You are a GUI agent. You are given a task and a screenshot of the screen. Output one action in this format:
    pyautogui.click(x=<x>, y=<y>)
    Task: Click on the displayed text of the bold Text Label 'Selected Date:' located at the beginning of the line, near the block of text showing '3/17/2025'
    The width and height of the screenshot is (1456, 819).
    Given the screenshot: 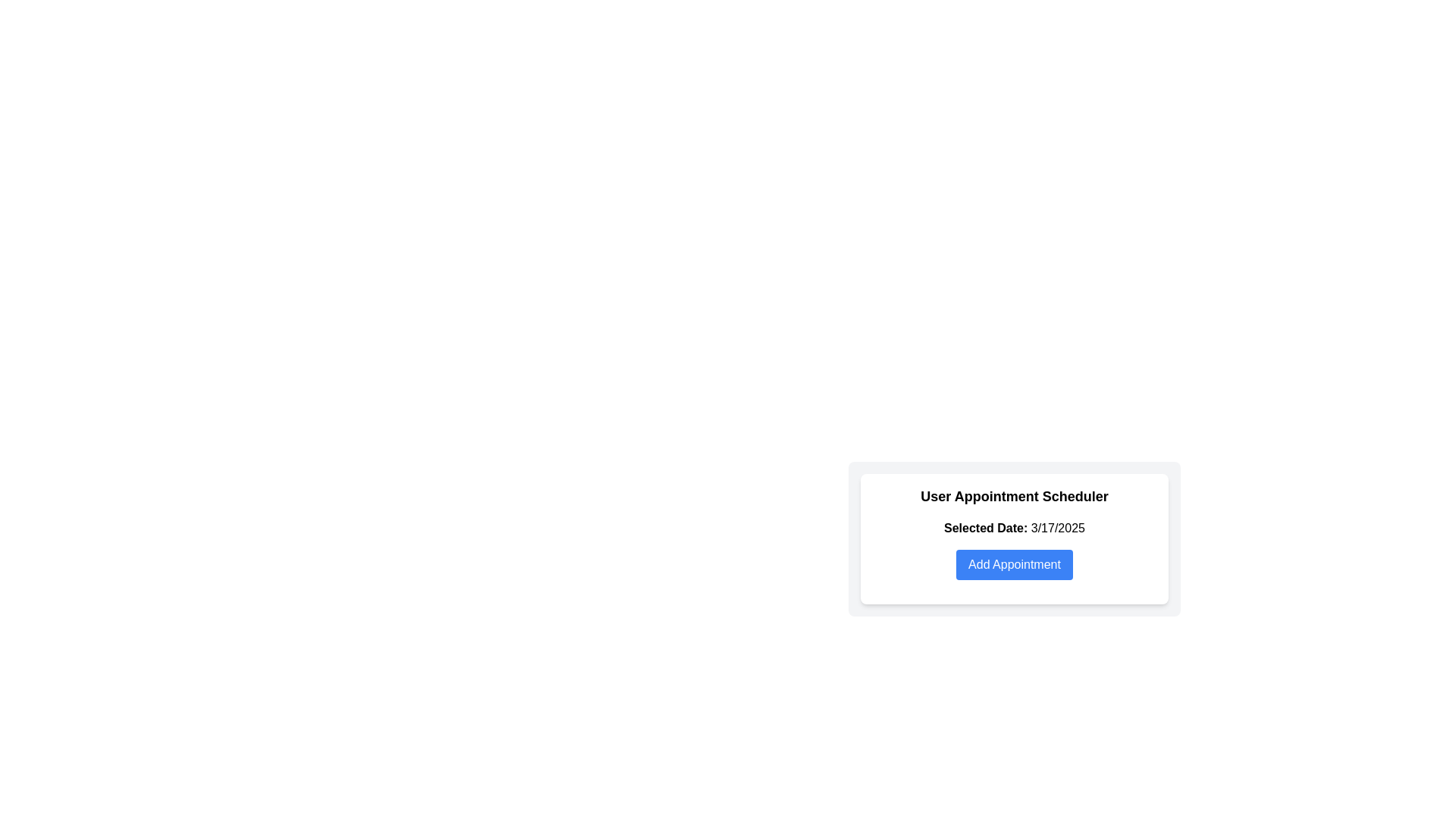 What is the action you would take?
    pyautogui.click(x=986, y=527)
    